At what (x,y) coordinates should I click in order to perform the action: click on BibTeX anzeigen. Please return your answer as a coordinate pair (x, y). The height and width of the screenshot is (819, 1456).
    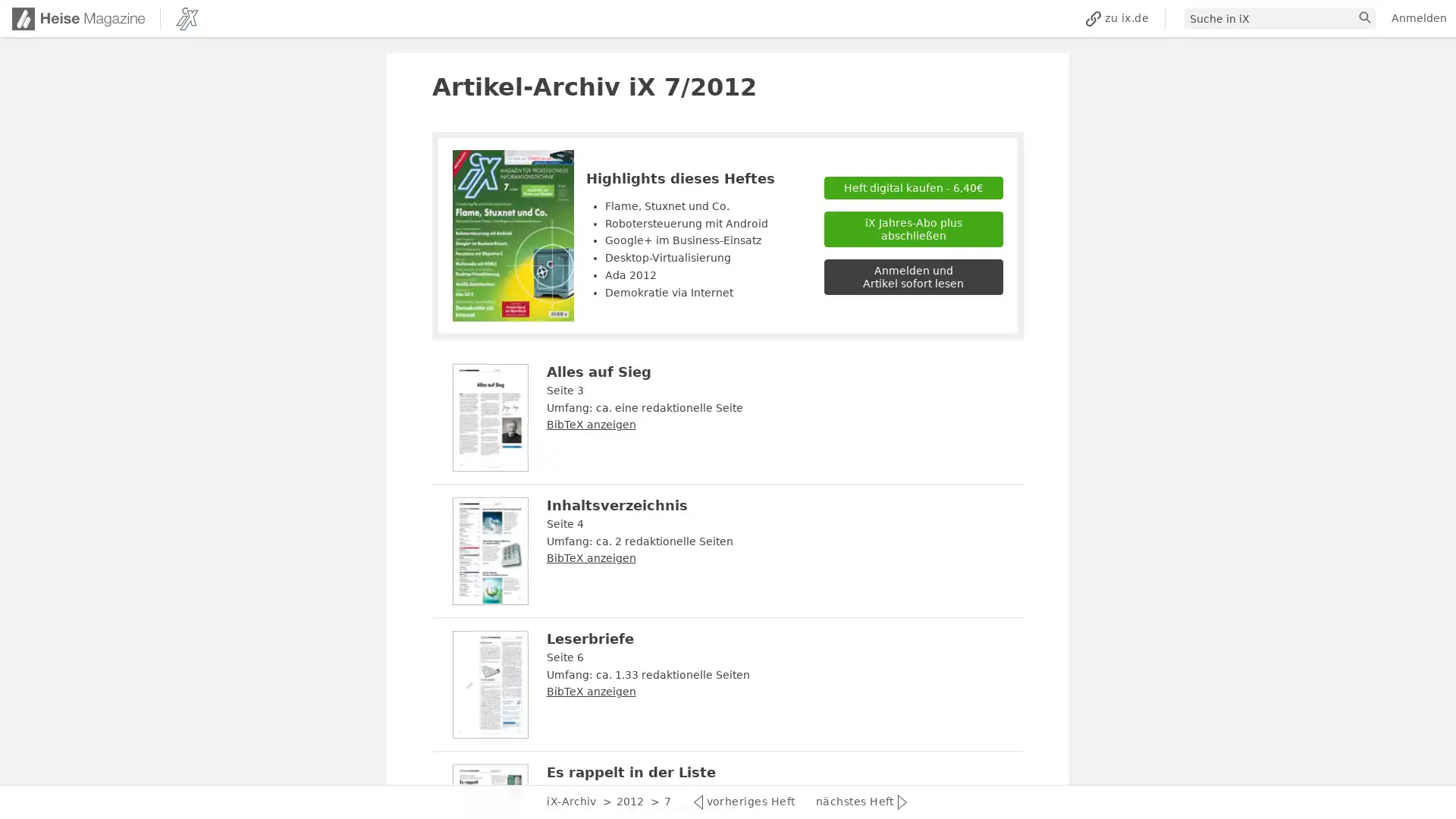
    Looking at the image, I should click on (589, 558).